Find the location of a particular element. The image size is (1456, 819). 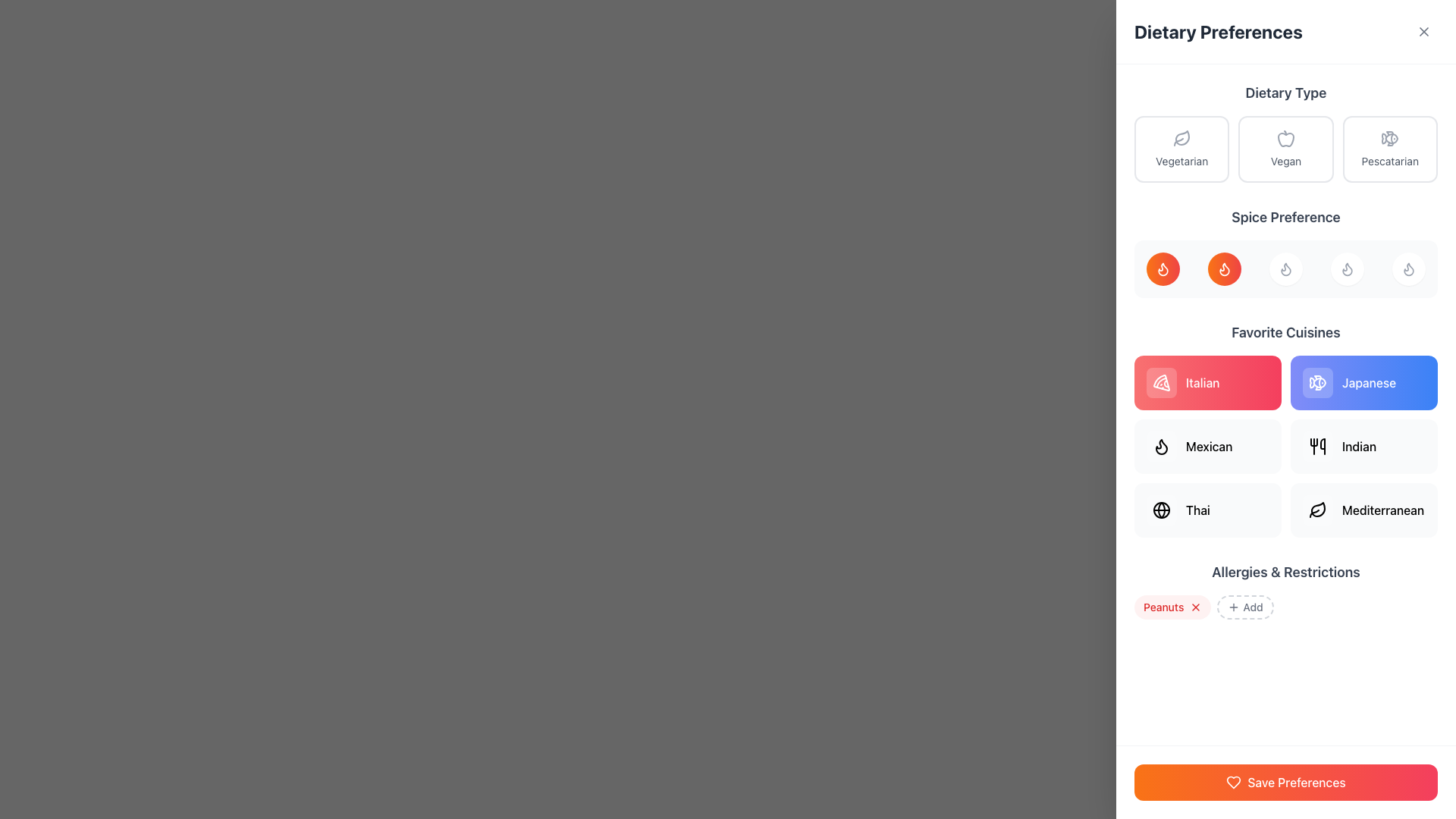

the text label 'Pescatarian' within the 'Dietary Type' section of the 'Dietary Preferences' form, which is styled in gray and positioned as the third option in a horizontal list is located at coordinates (1390, 161).